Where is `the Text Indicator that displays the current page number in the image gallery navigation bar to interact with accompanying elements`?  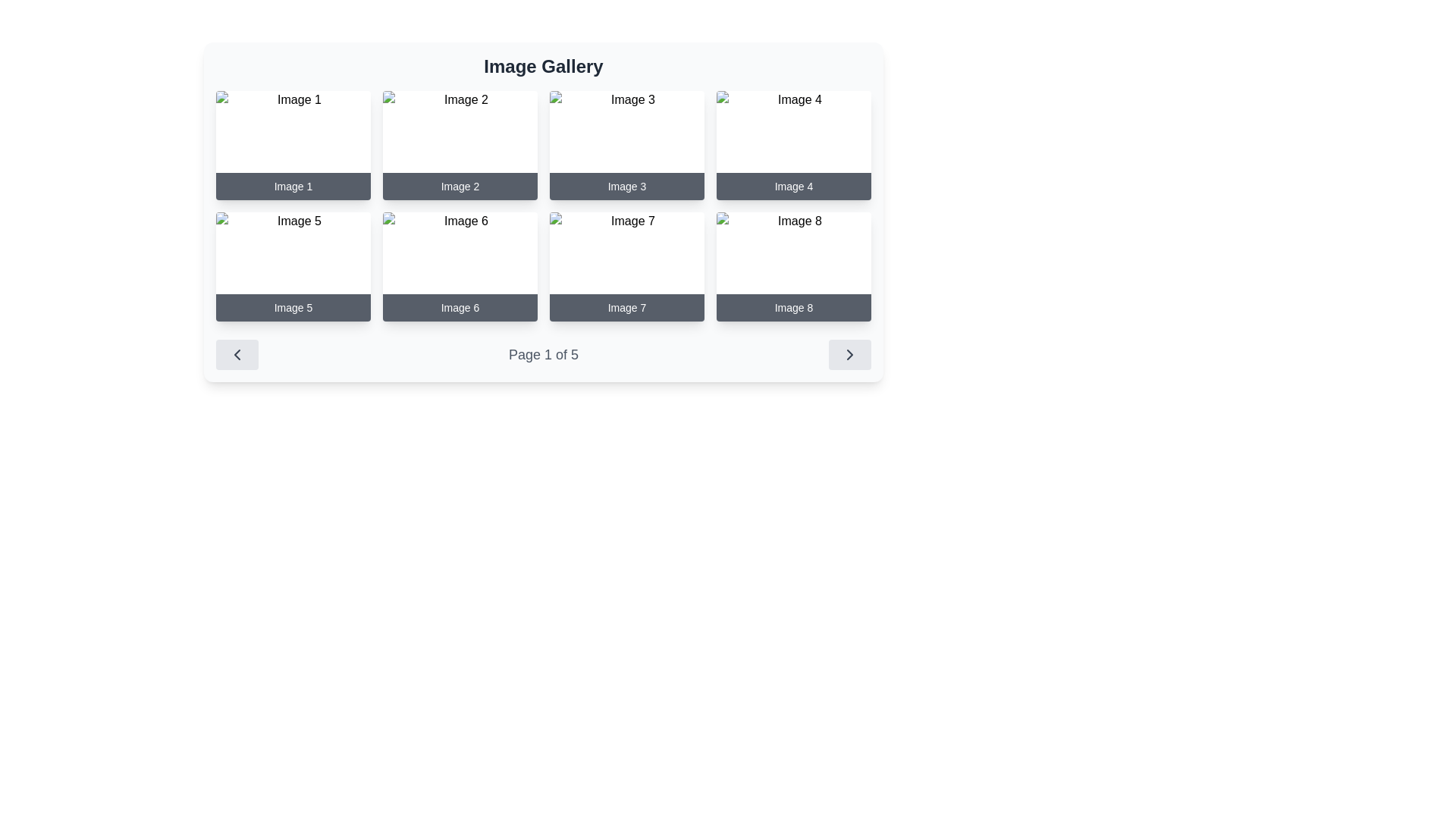
the Text Indicator that displays the current page number in the image gallery navigation bar to interact with accompanying elements is located at coordinates (543, 354).